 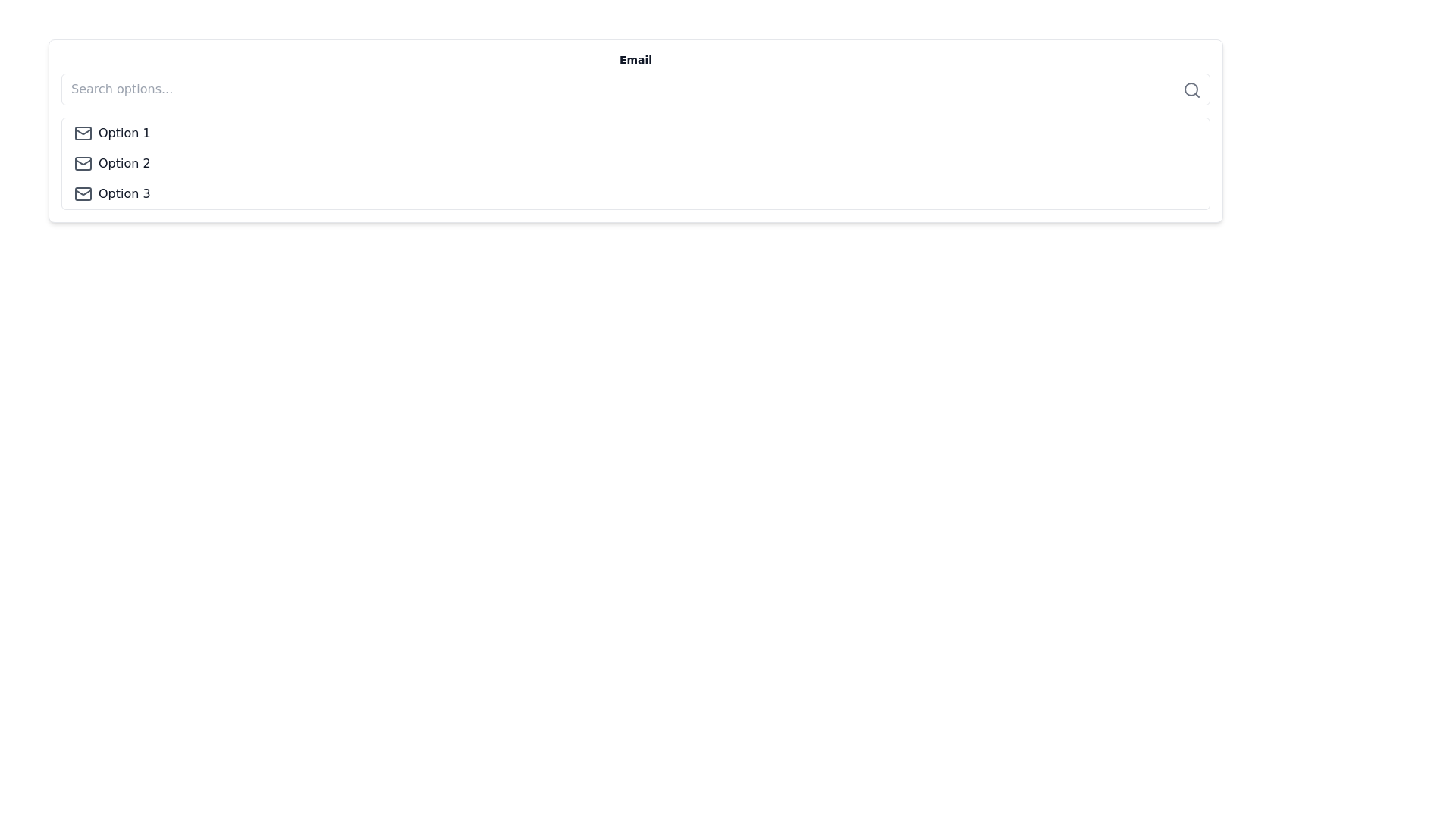 I want to click on the email-related icon located at the very left of the 'Option 3' row in the list of options, so click(x=83, y=193).